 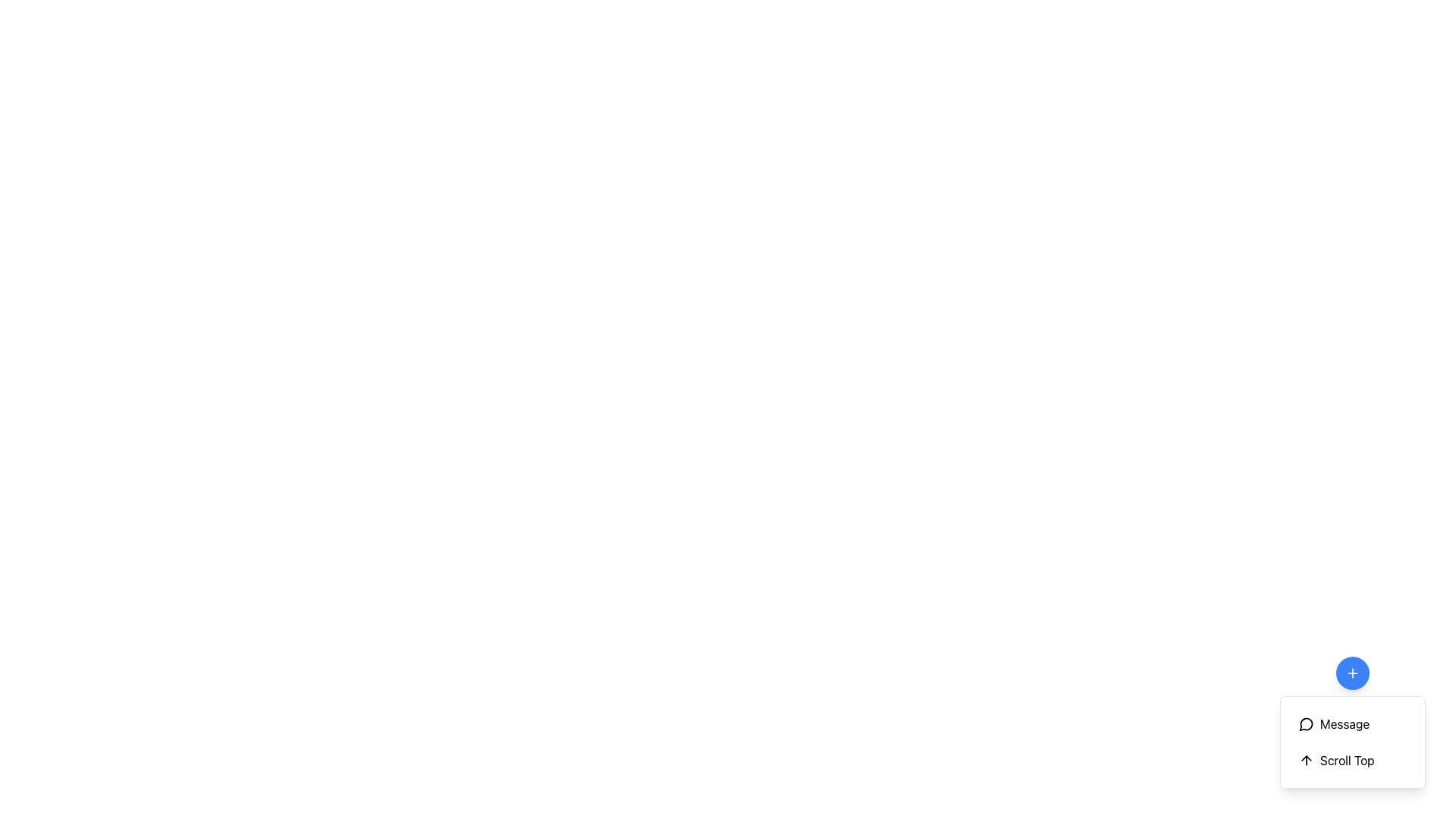 What do you see at coordinates (1353, 723) in the screenshot?
I see `the 'Message' button, which is a horizontally laid-out component featuring a black speech bubble icon followed by the text 'Message'` at bounding box center [1353, 723].